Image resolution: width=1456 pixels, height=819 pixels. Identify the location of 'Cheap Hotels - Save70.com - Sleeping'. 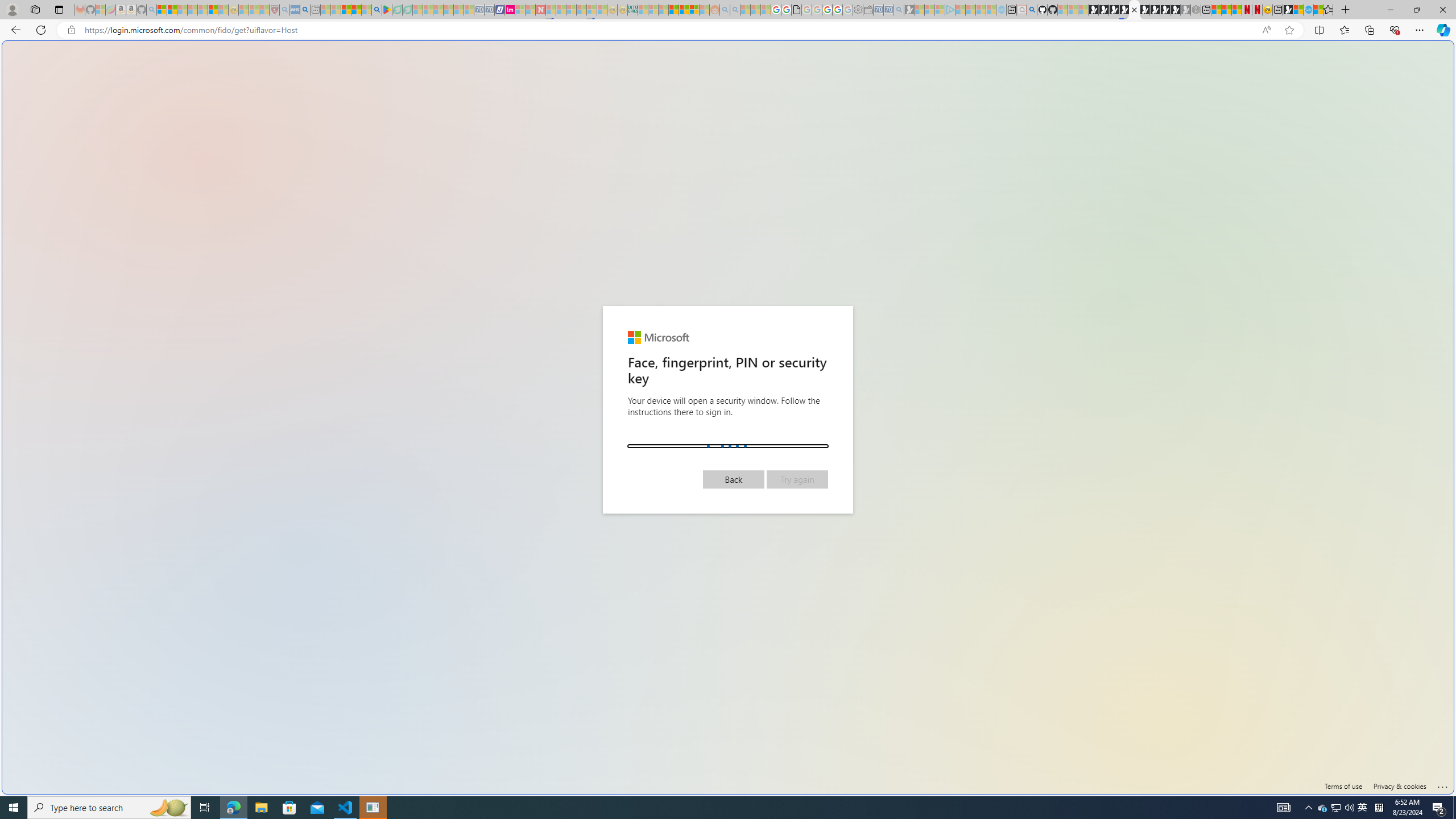
(489, 9).